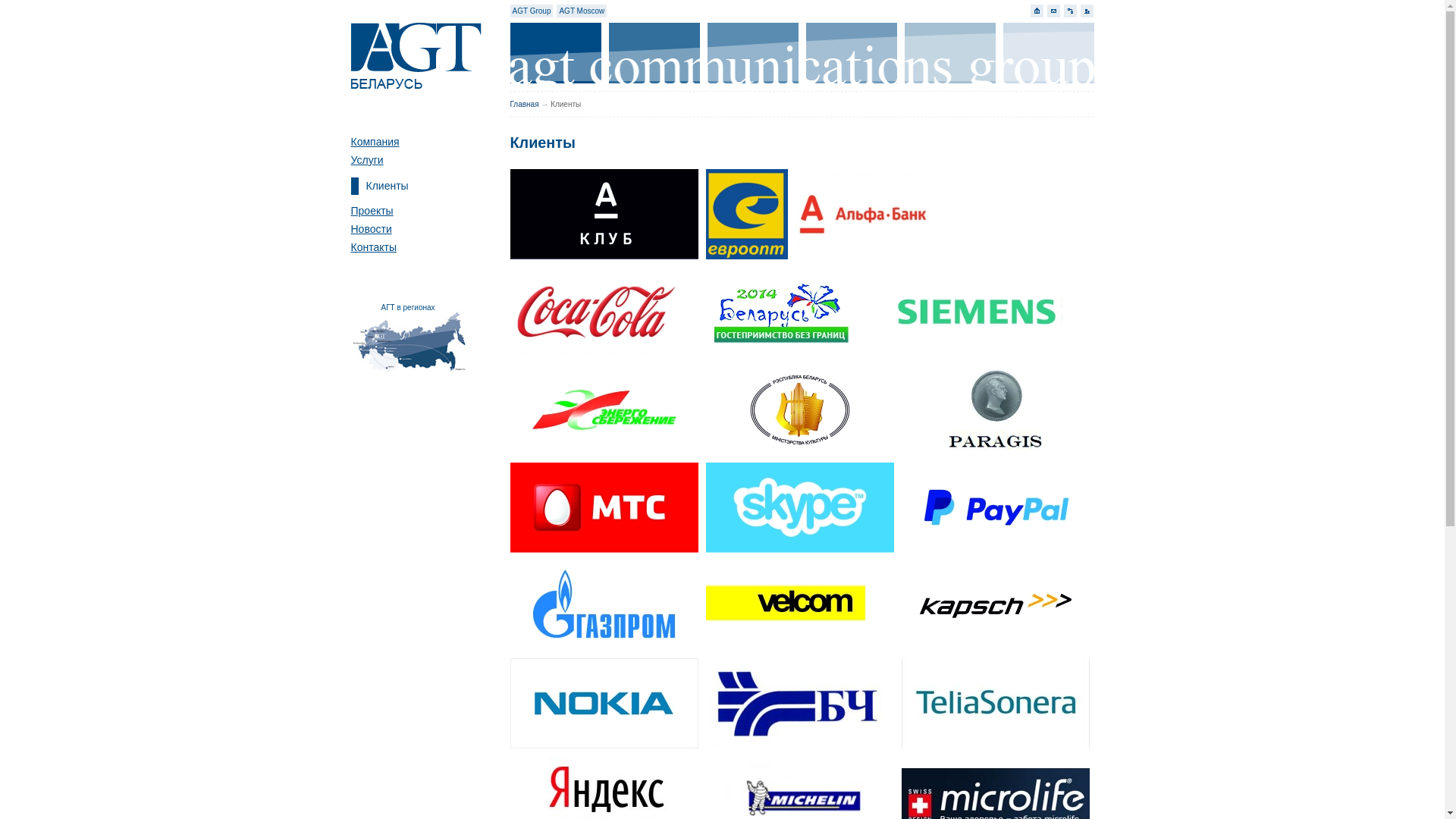  What do you see at coordinates (901, 703) in the screenshot?
I see `'TeliaSonera'` at bounding box center [901, 703].